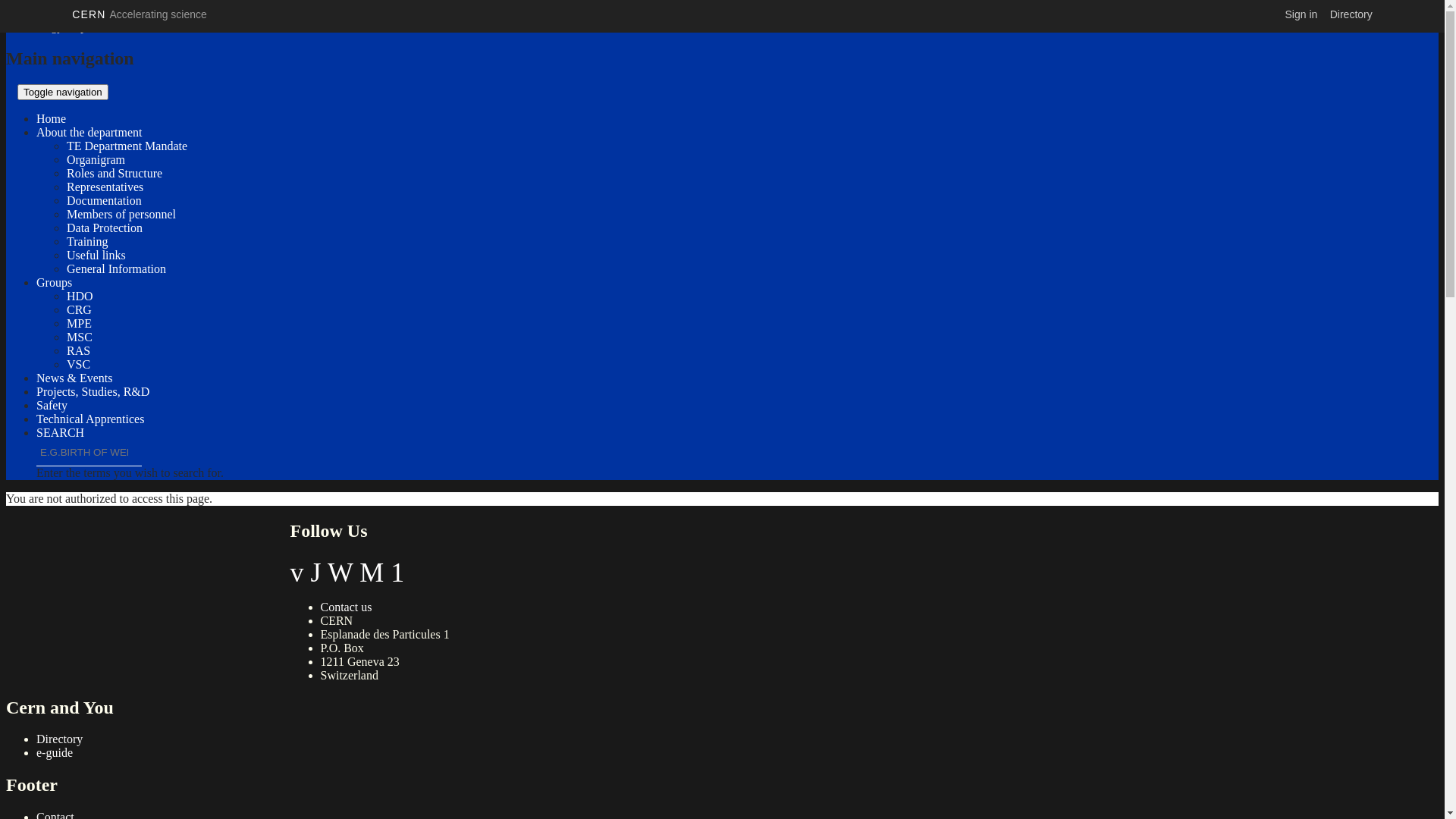  I want to click on 'RAS', so click(77, 350).